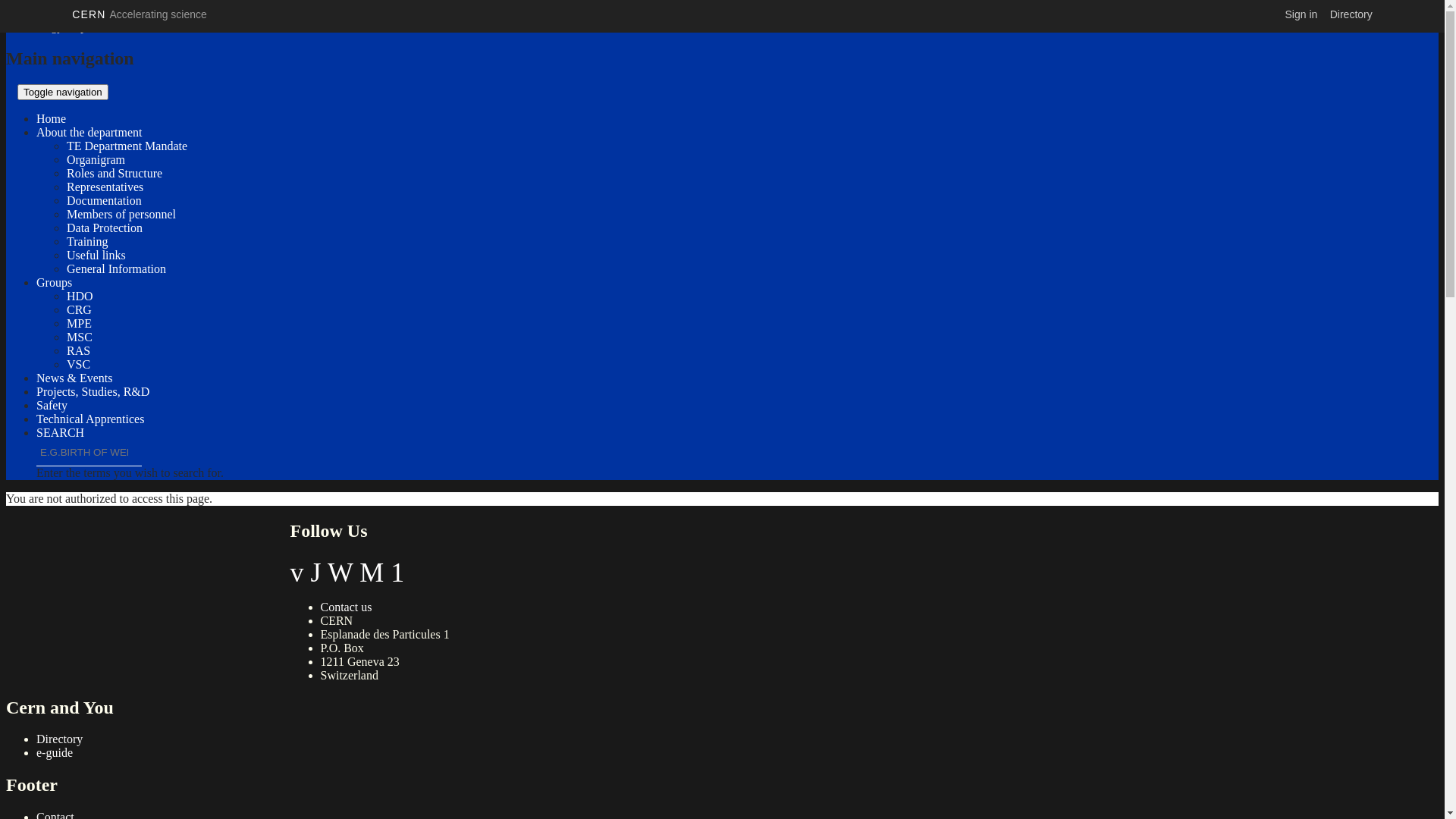  I want to click on 'RAS', so click(77, 350).